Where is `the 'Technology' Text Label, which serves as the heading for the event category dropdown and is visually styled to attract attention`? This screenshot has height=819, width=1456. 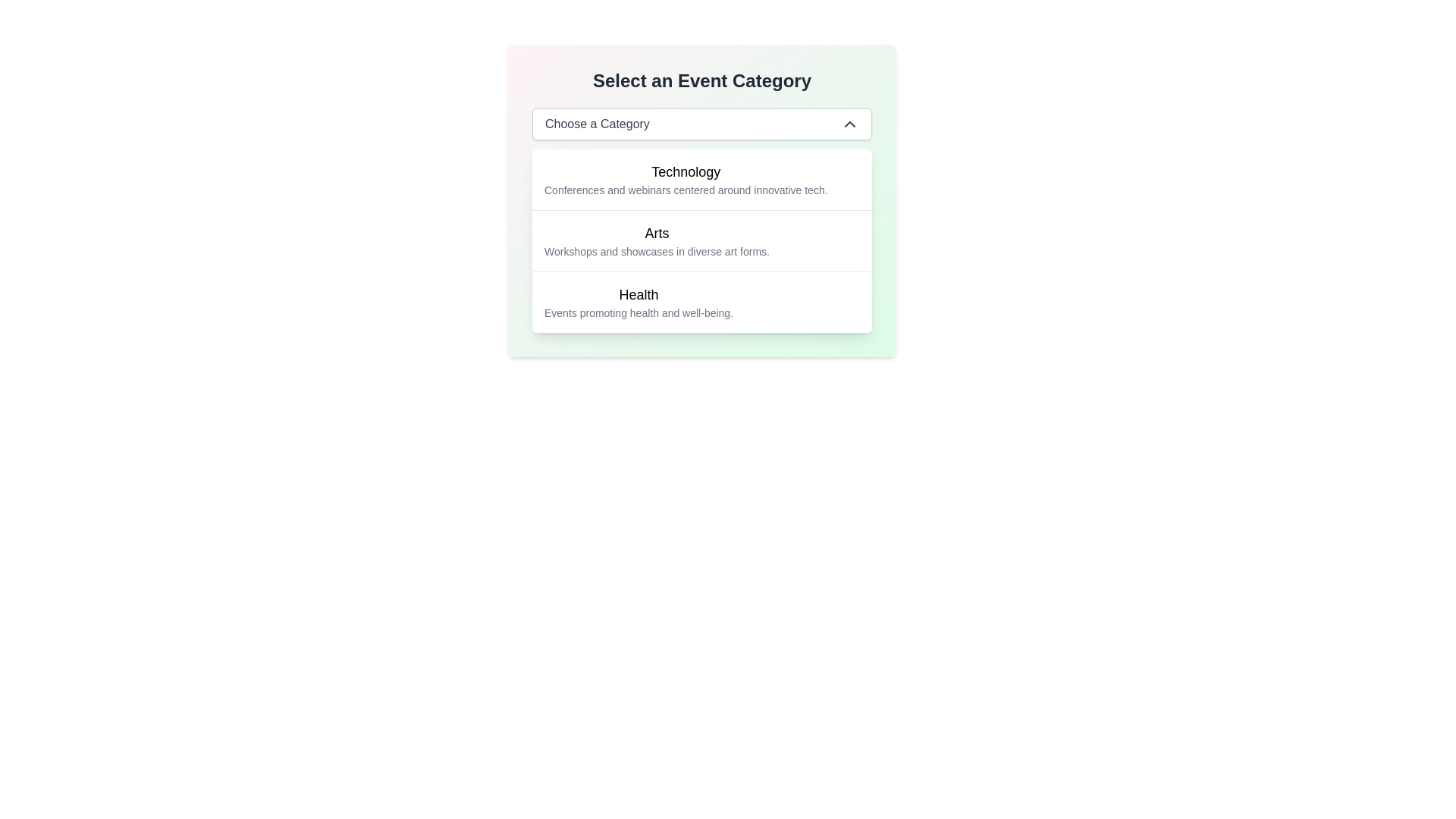 the 'Technology' Text Label, which serves as the heading for the event category dropdown and is visually styled to attract attention is located at coordinates (685, 171).